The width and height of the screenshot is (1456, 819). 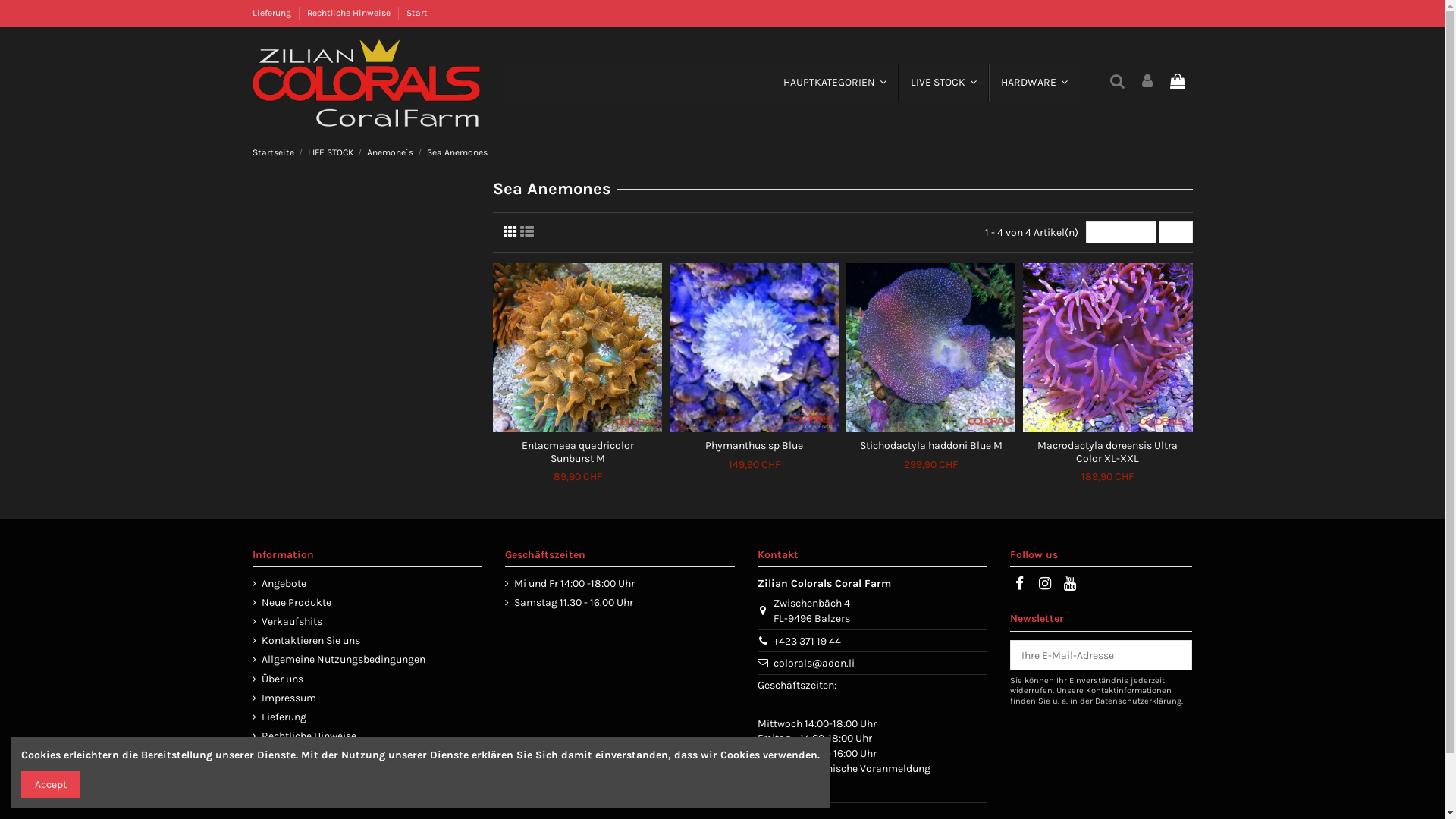 What do you see at coordinates (728, 463) in the screenshot?
I see `'149,90 CHF'` at bounding box center [728, 463].